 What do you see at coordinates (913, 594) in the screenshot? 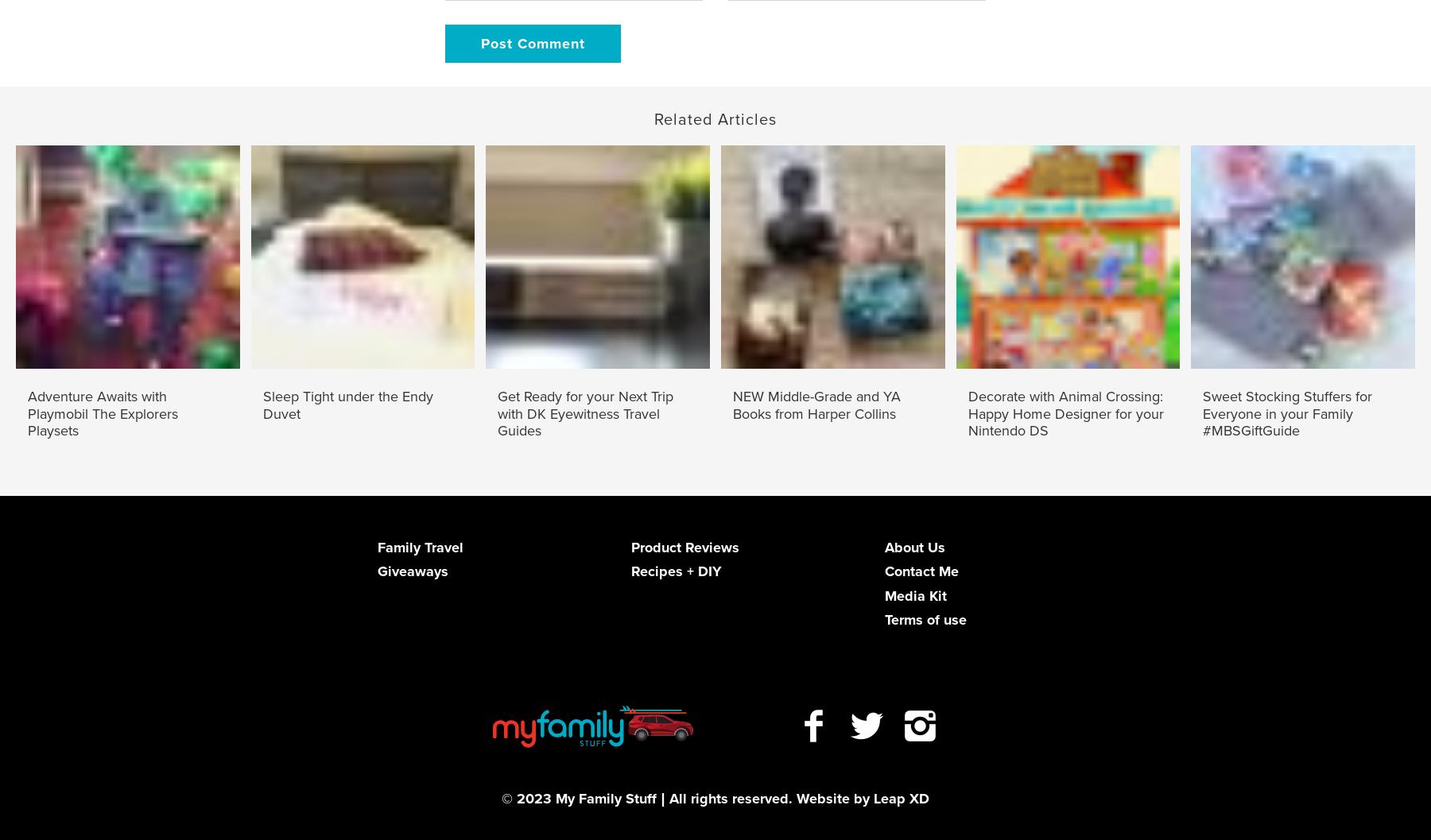
I see `'Media Kit'` at bounding box center [913, 594].